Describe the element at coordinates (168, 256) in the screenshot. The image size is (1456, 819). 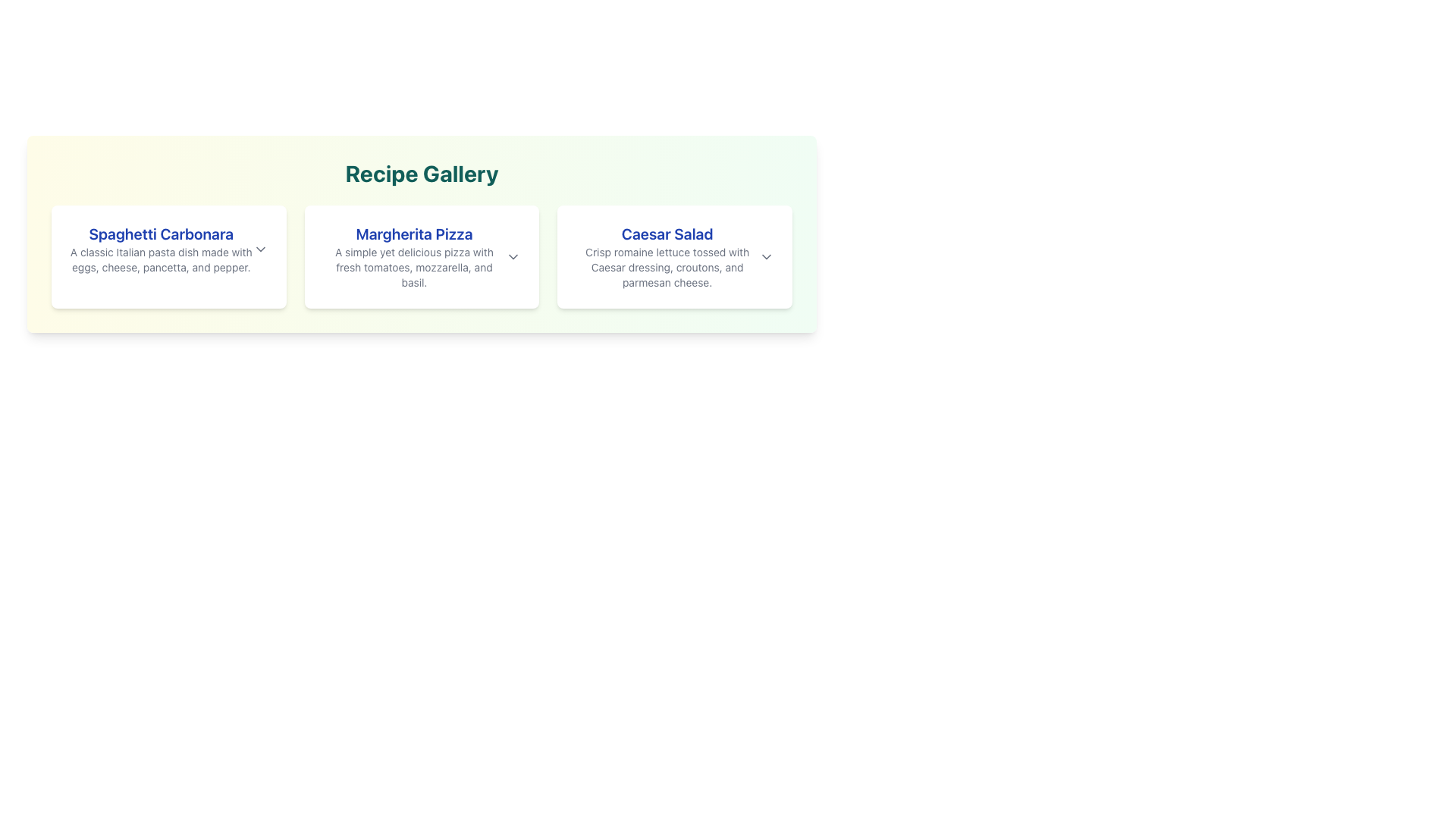
I see `the first Information Card in the Recipe Gallery with a white background, featuring a bold blue headline 'Spaghetti Carbonara'` at that location.